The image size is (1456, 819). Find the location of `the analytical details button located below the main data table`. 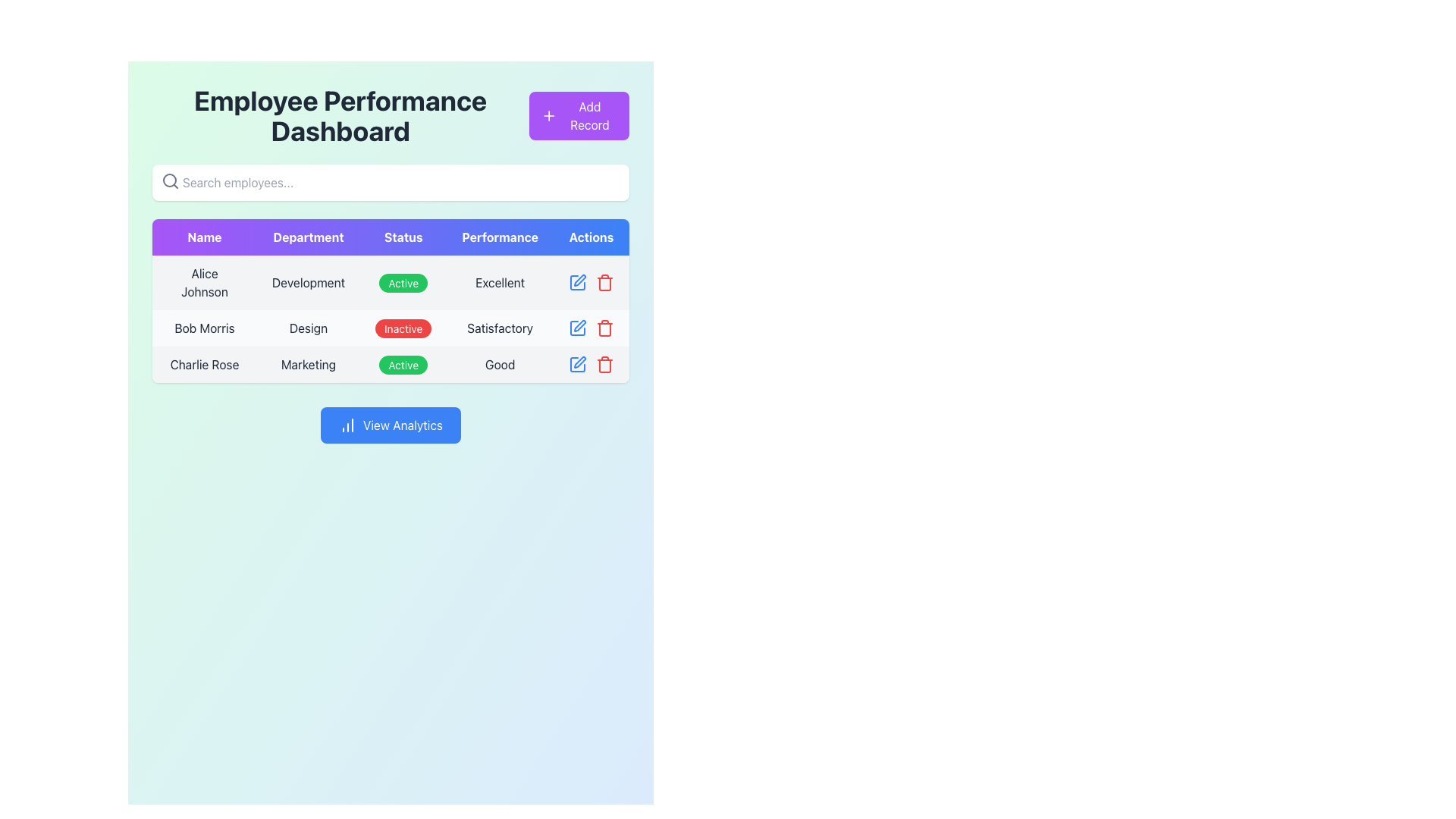

the analytical details button located below the main data table is located at coordinates (391, 425).